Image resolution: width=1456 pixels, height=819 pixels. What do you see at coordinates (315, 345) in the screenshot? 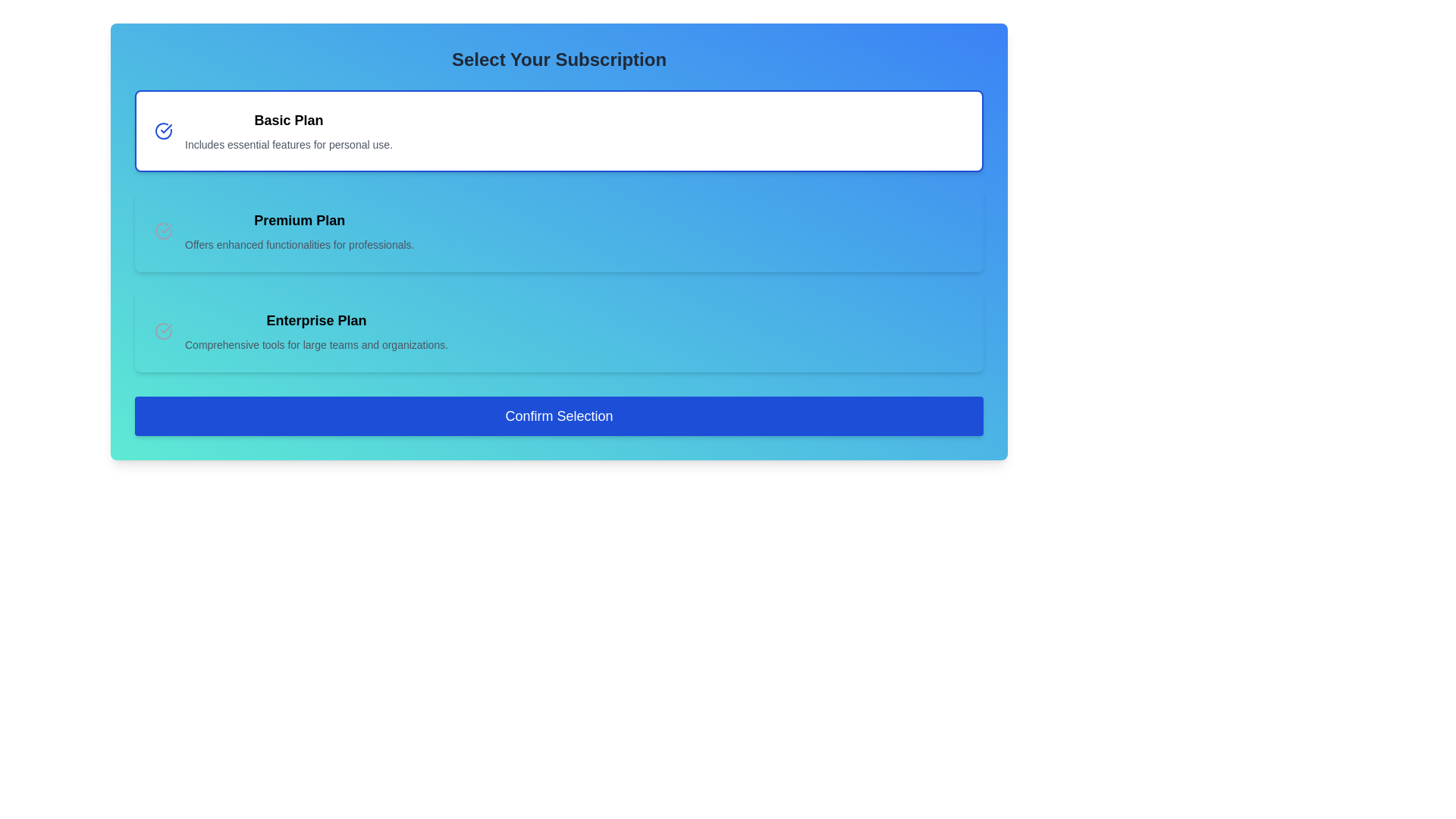
I see `the explanatory text element located below the 'Enterprise Plan' heading, which describes the benefits and target audience of the subscription option` at bounding box center [315, 345].